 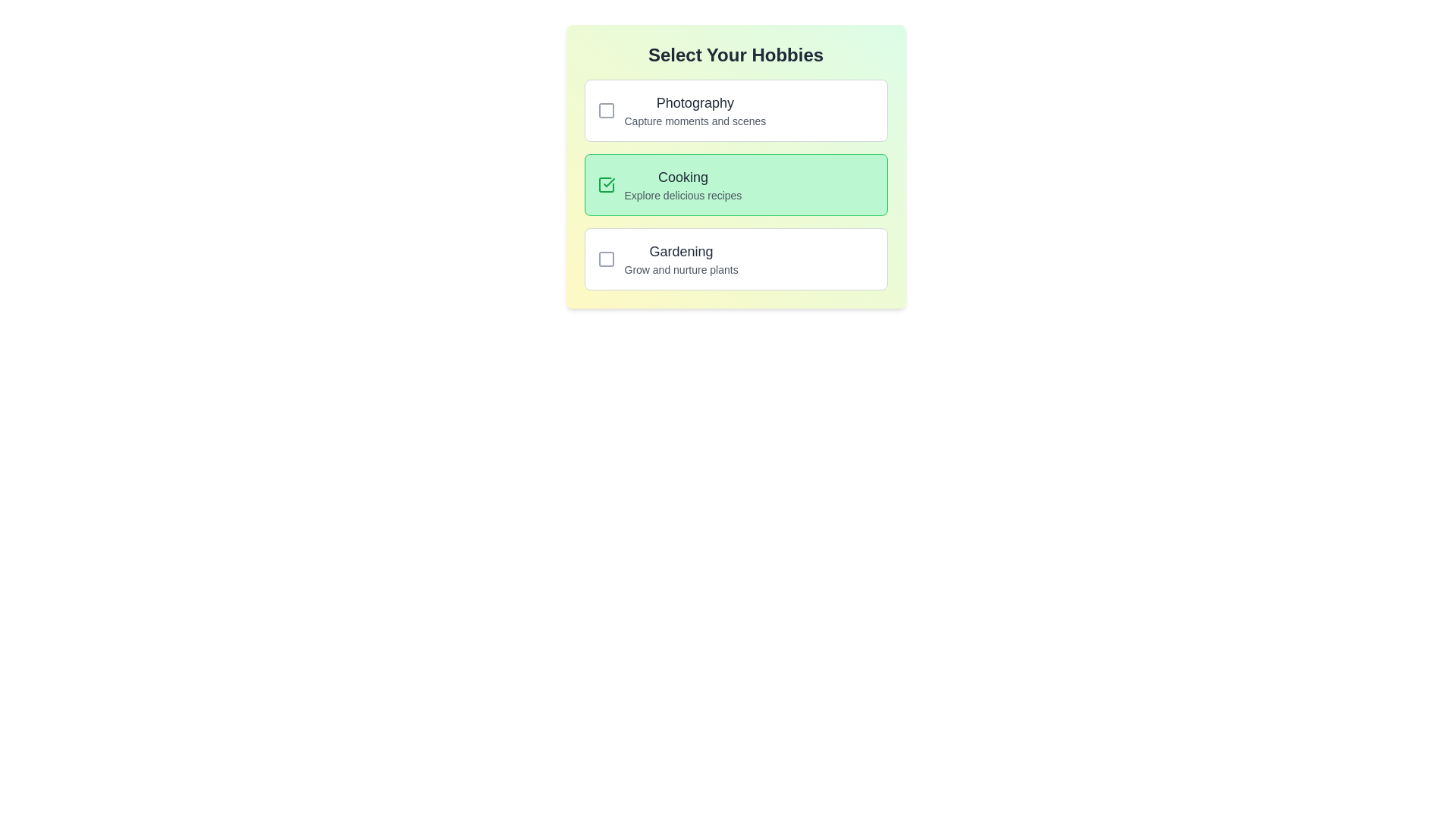 I want to click on the interactive graphical icon representing the deselected state of the 'Photography' hobby option, so click(x=605, y=110).